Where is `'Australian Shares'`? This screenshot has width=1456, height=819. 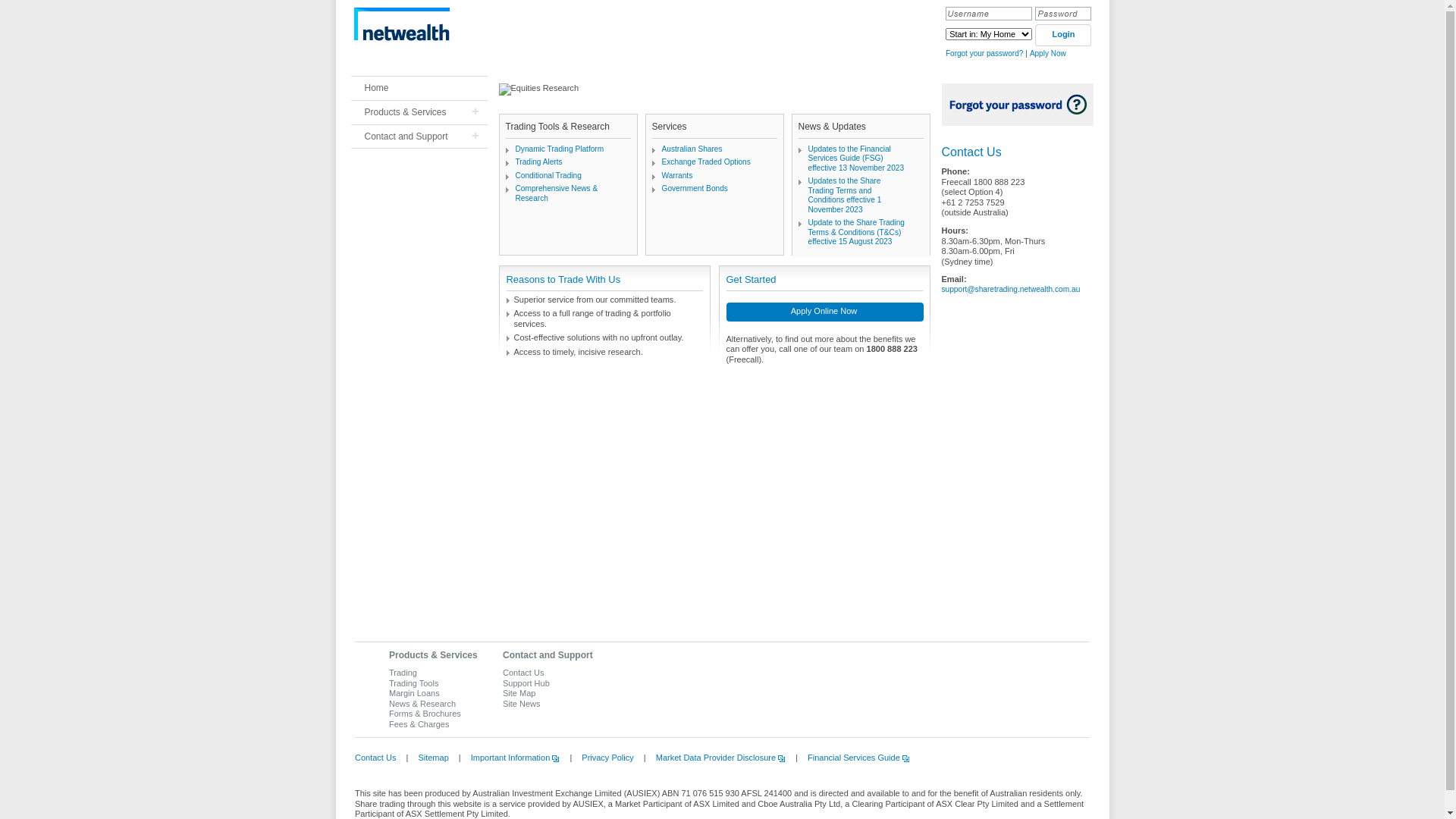 'Australian Shares' is located at coordinates (691, 149).